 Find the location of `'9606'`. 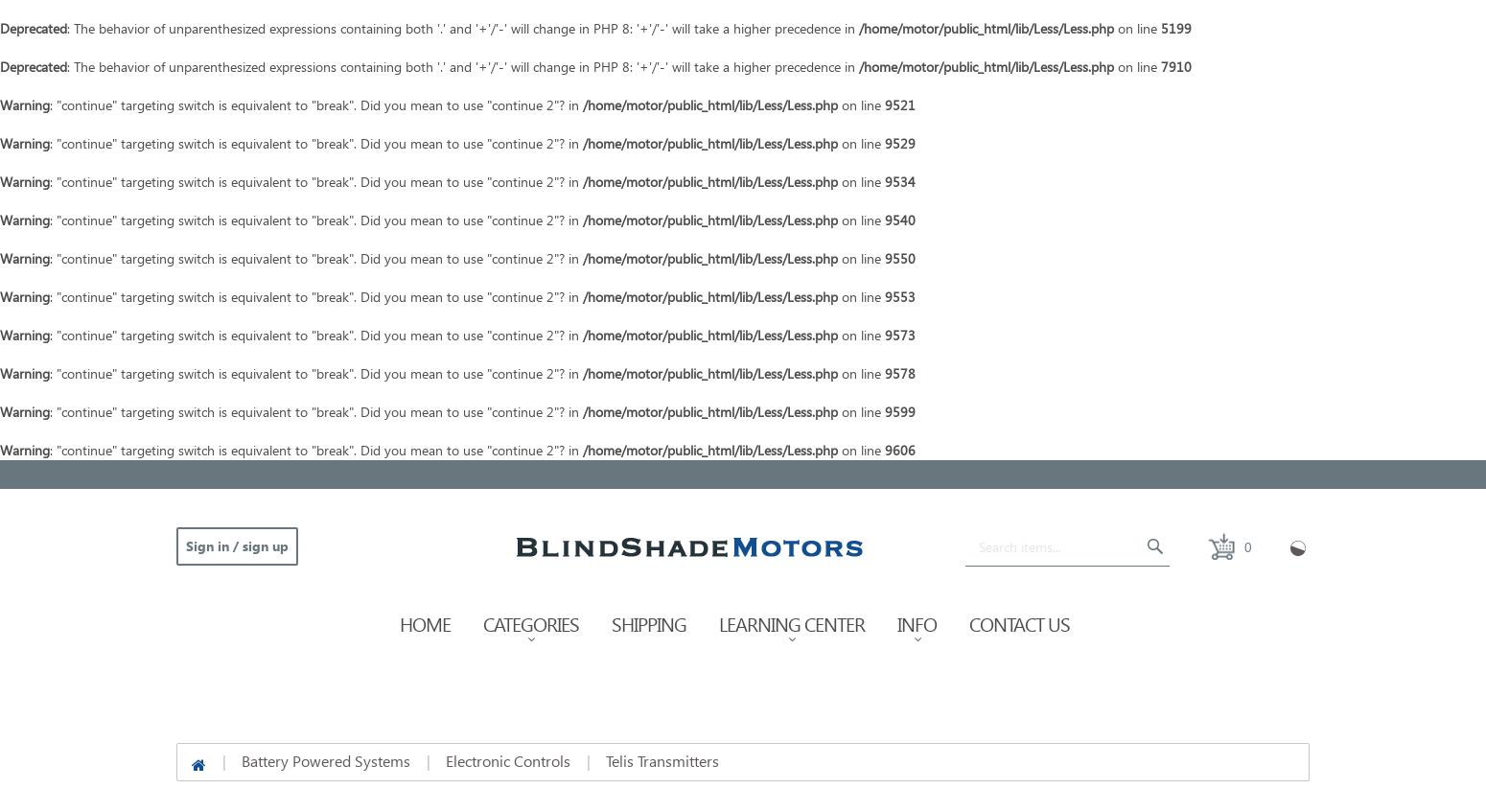

'9606' is located at coordinates (898, 450).